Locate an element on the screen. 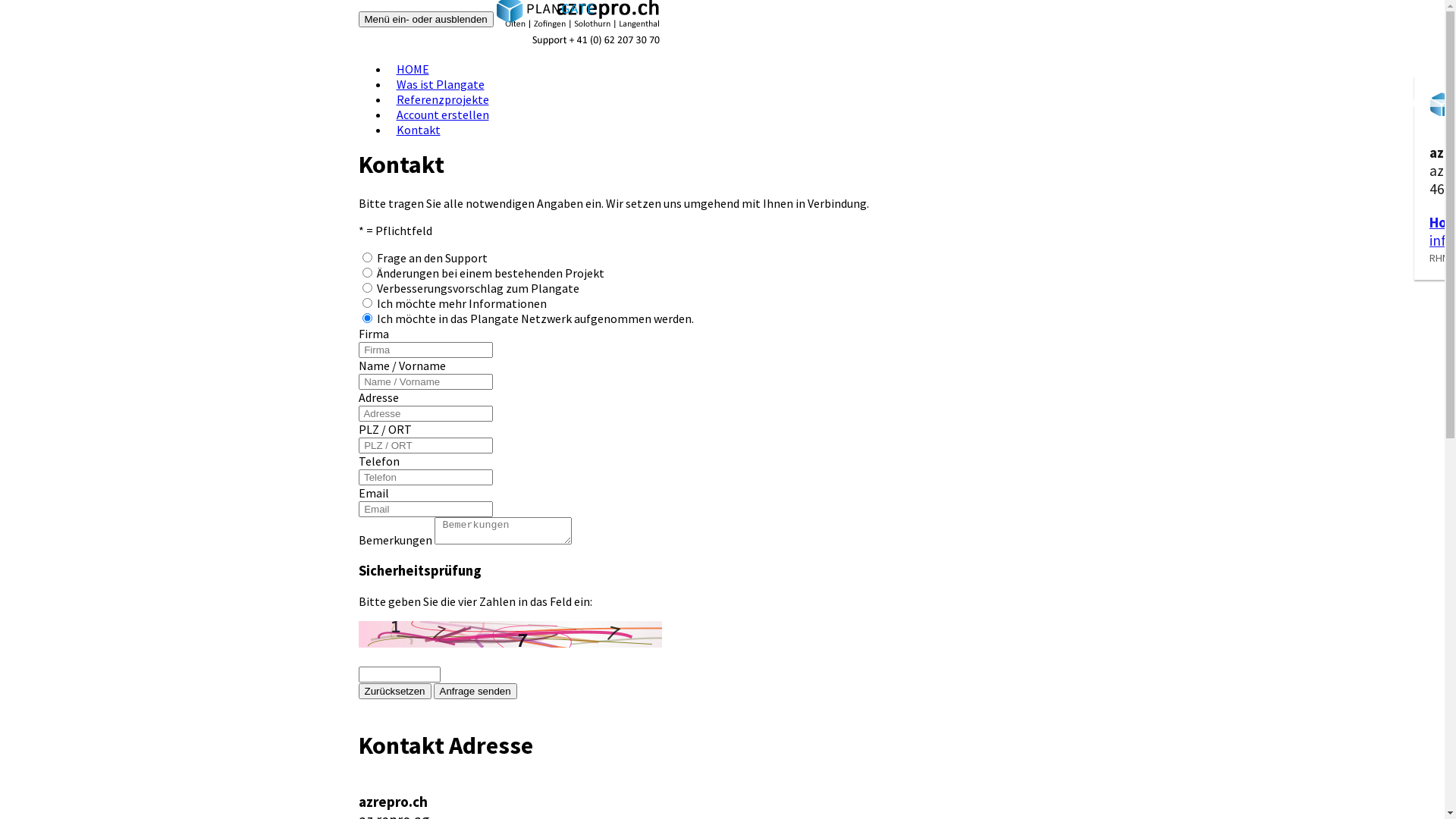  'Anfrage senden' is located at coordinates (475, 691).